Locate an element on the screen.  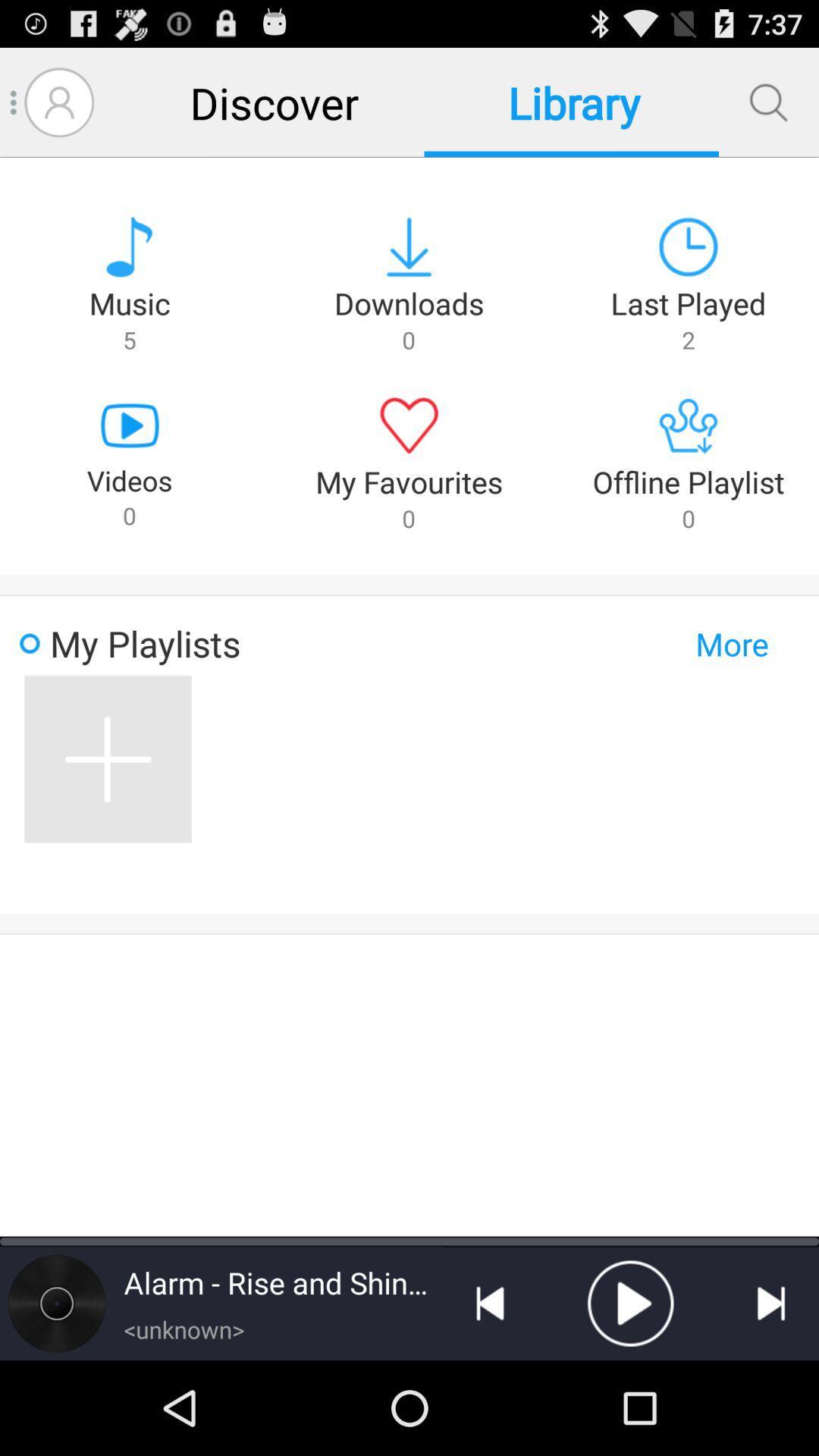
the menu icon is located at coordinates (14, 108).